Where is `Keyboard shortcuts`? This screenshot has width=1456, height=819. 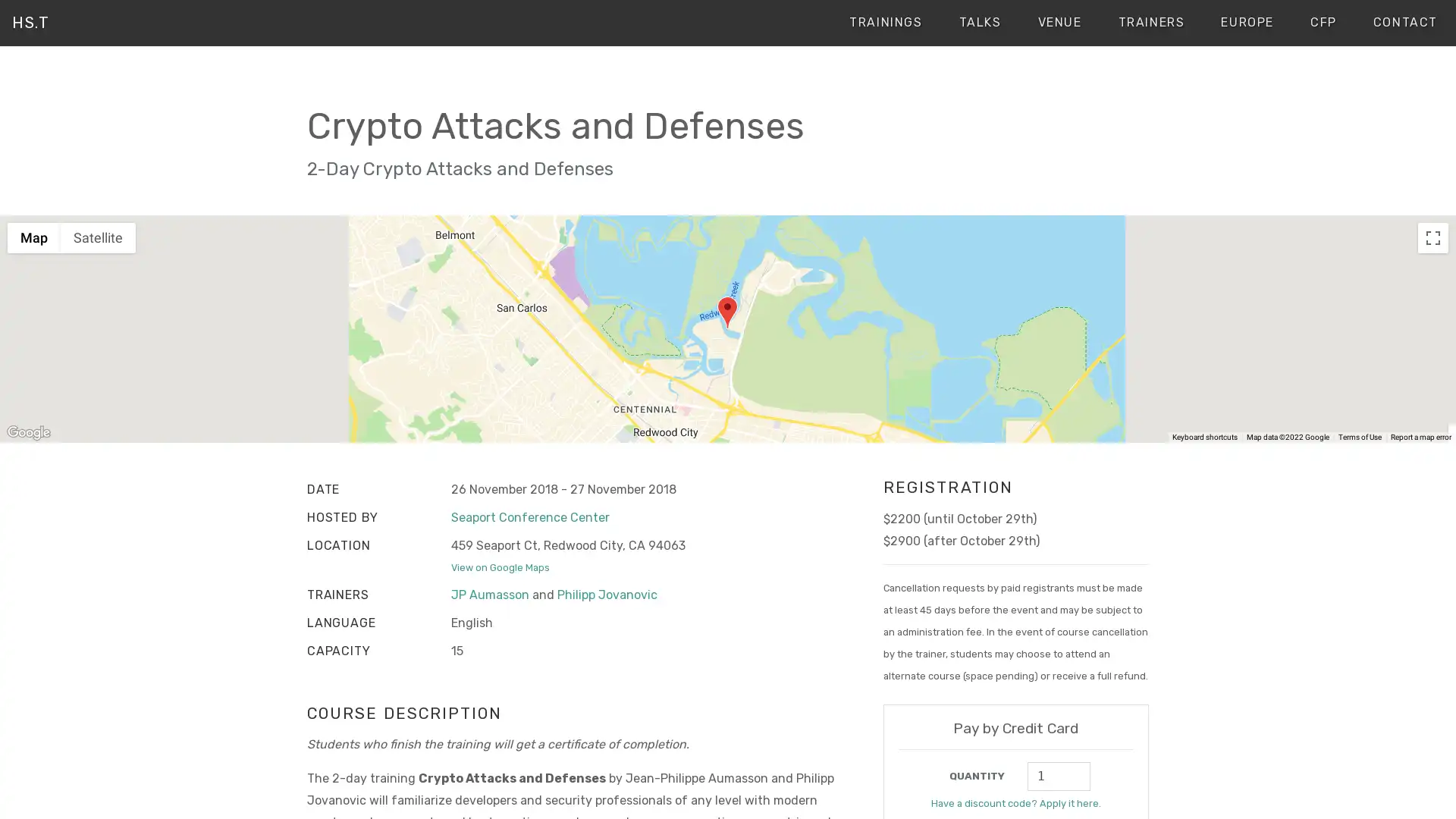 Keyboard shortcuts is located at coordinates (1203, 438).